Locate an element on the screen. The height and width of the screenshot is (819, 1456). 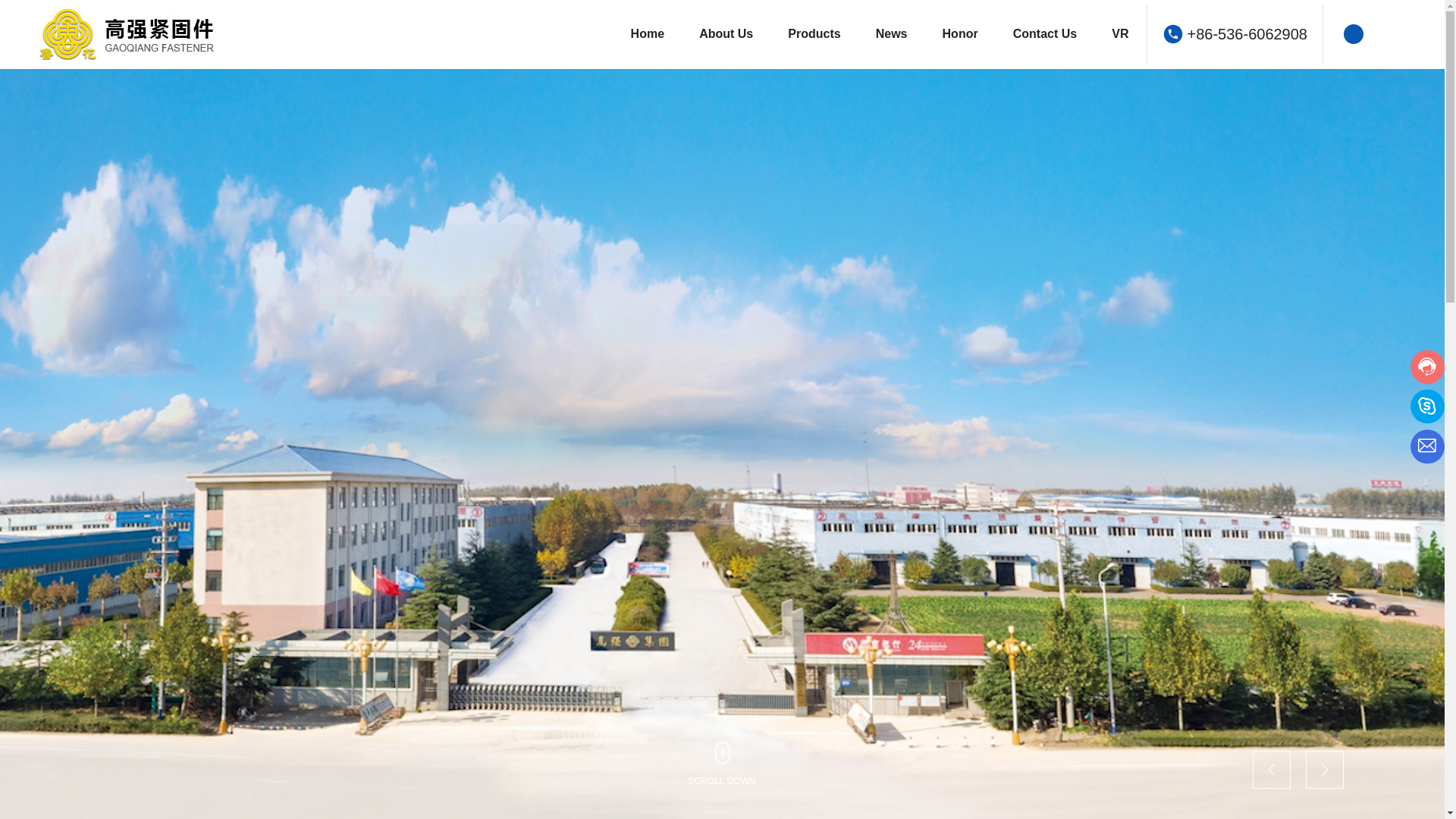
'Products' is located at coordinates (813, 34).